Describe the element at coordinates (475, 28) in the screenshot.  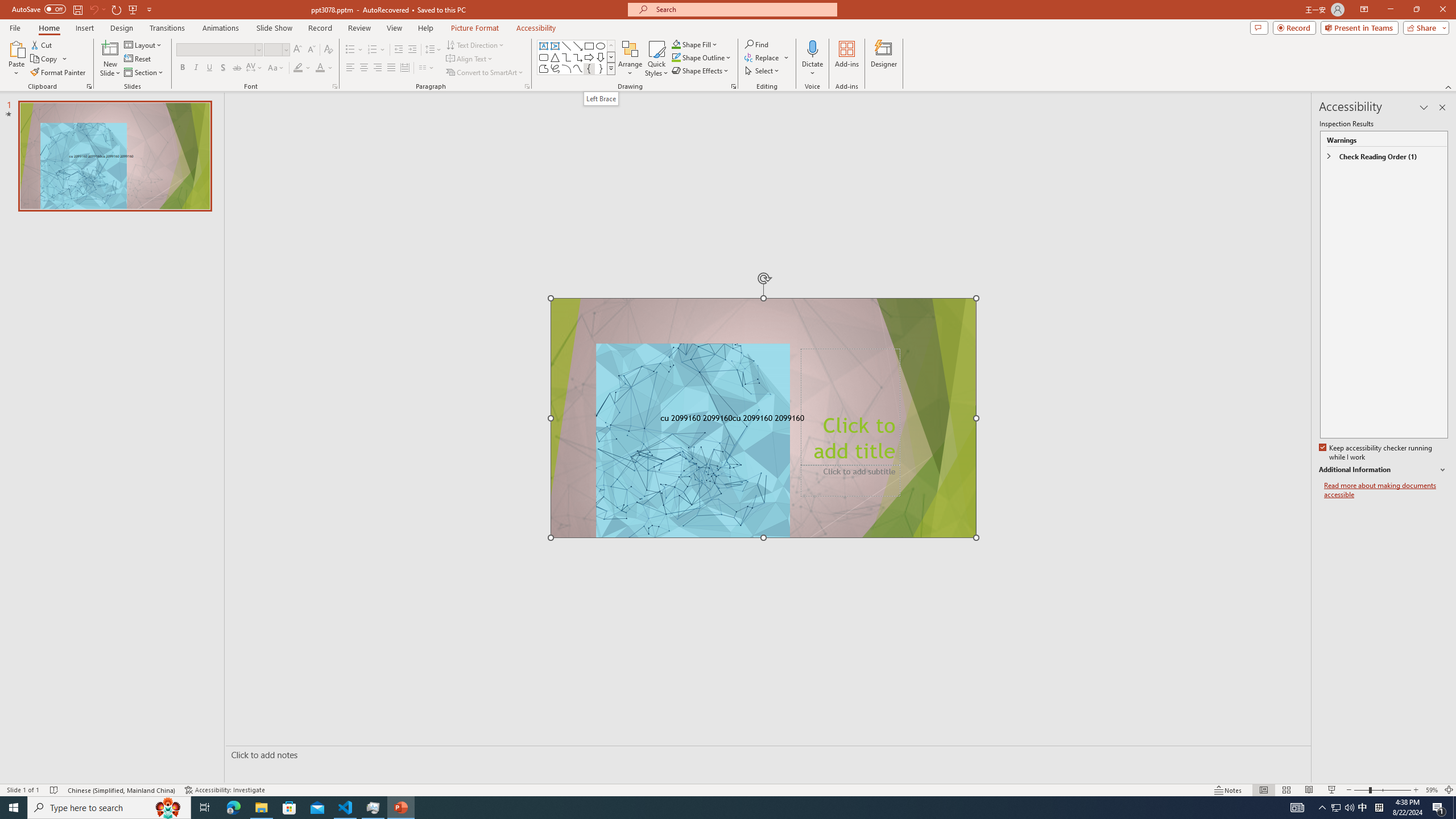
I see `'Picture Format'` at that location.